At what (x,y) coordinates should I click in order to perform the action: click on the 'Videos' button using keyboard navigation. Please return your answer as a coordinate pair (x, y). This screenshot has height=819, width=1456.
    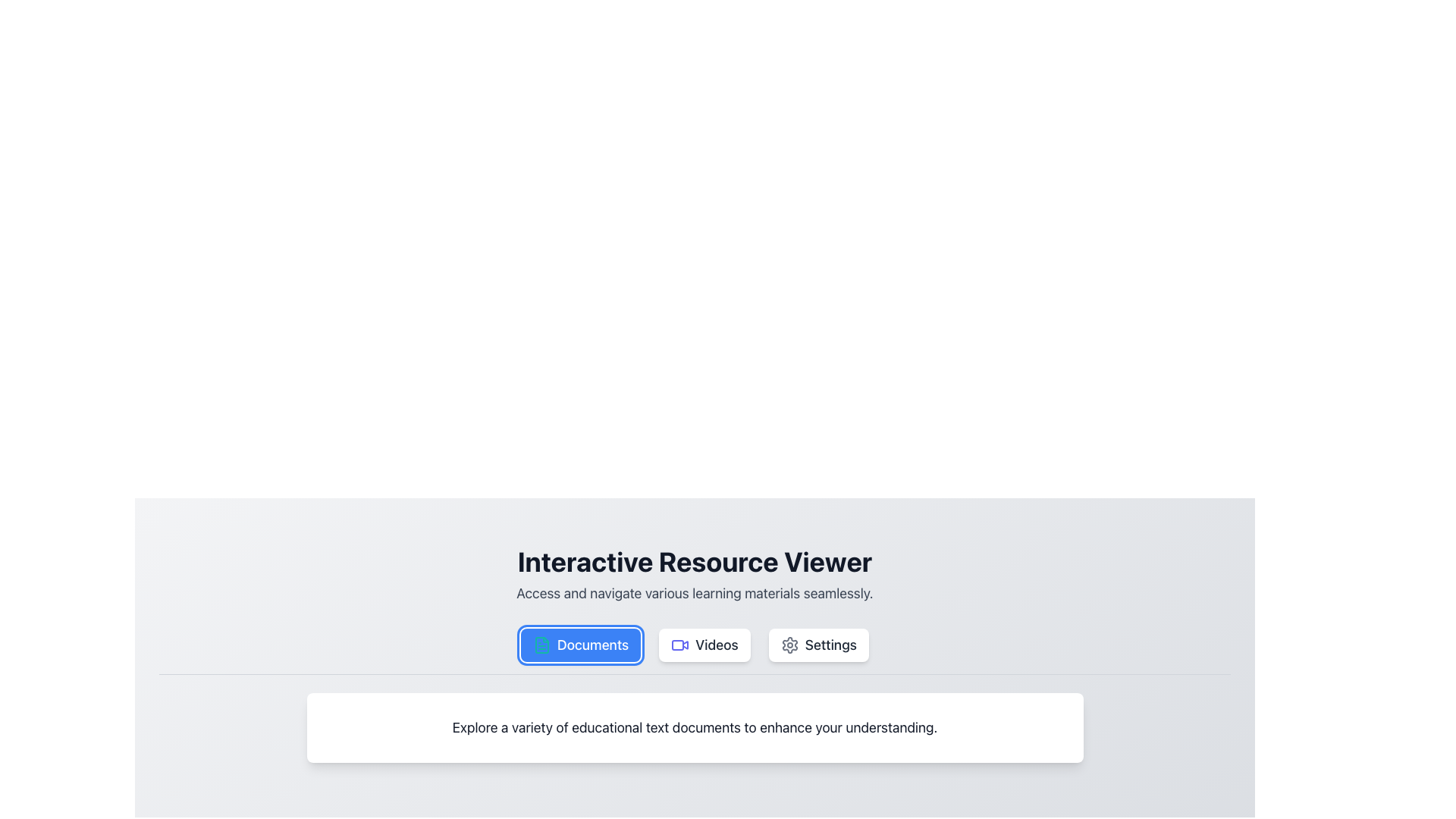
    Looking at the image, I should click on (679, 645).